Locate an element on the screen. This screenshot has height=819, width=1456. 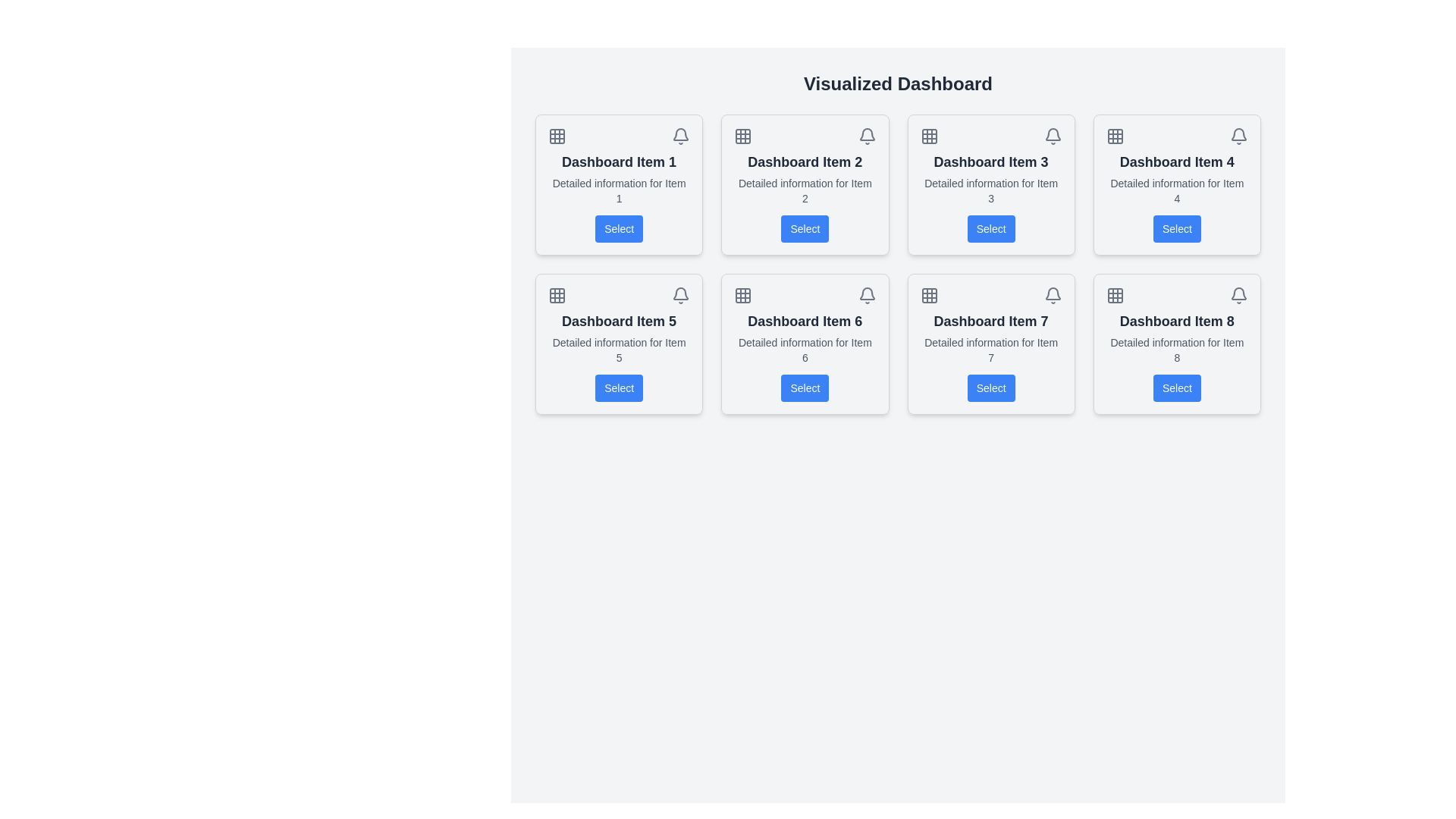
the gray outlined bell icon located in the top-right corner of the 'Dashboard Item 3' card is located at coordinates (1052, 136).